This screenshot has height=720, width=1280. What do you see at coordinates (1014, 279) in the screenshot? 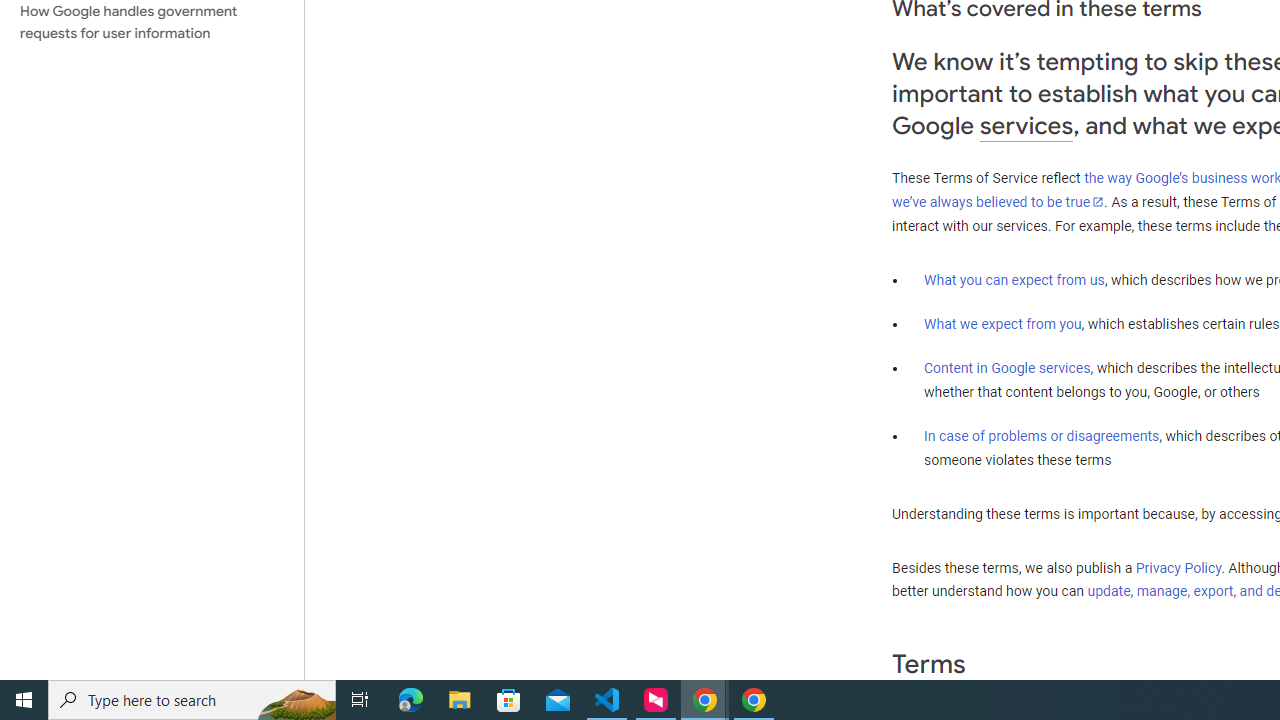
I see `'What you can expect from us'` at bounding box center [1014, 279].